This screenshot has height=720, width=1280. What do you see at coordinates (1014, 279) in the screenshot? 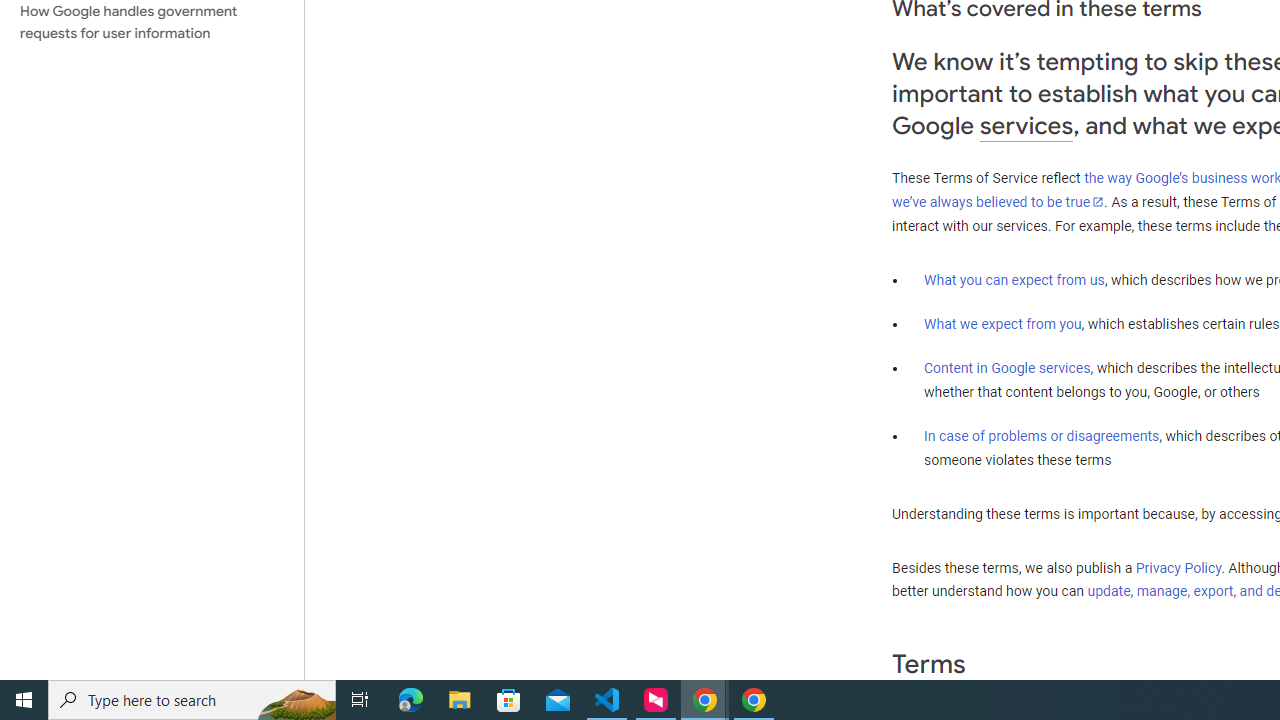
I see `'What you can expect from us'` at bounding box center [1014, 279].